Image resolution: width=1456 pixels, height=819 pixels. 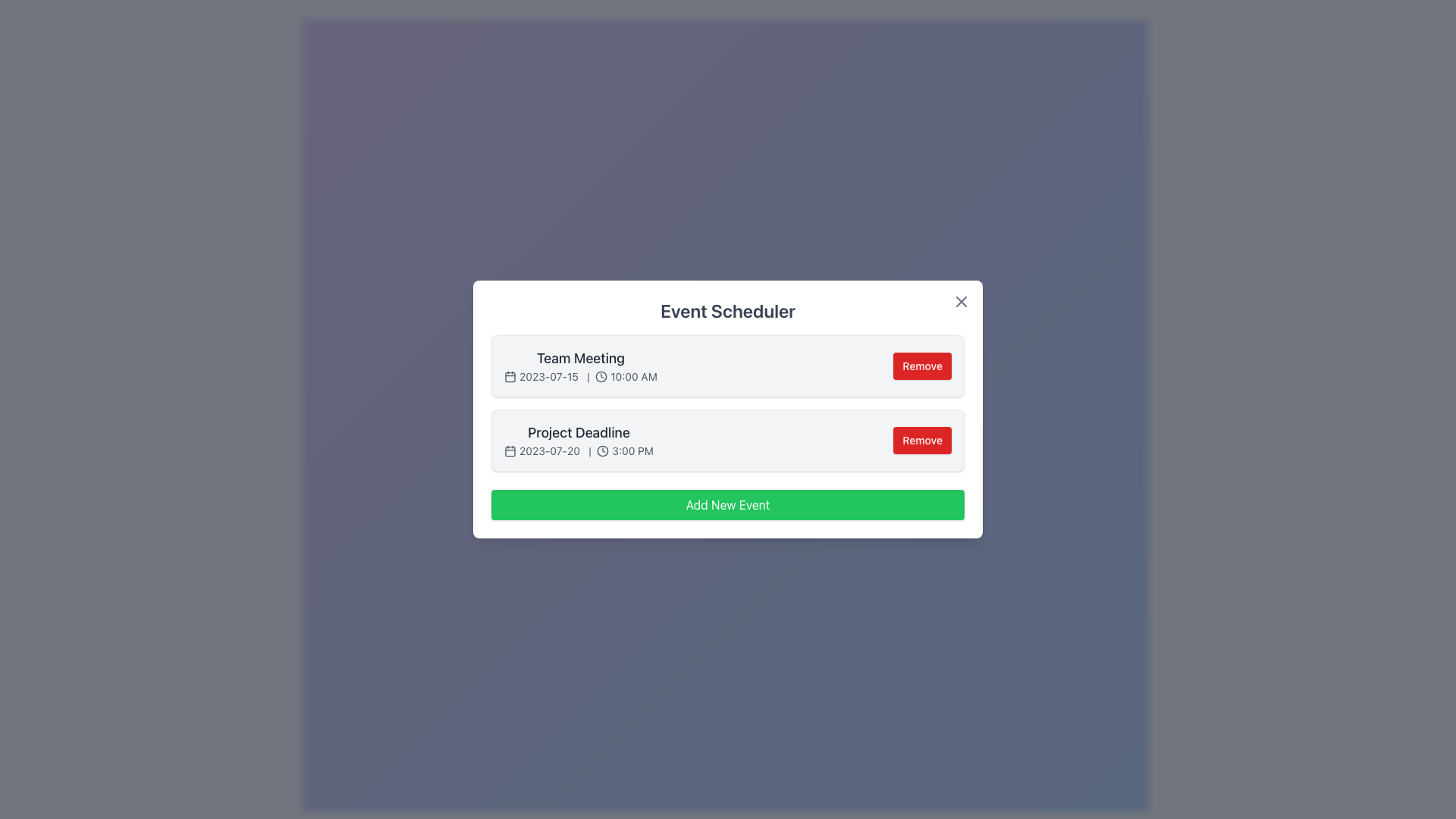 I want to click on text from the informational block displaying 'Project Deadline' and '2023-07-20 | 3:00 PM' located in a white, rounded box, positioned in the second row of events, so click(x=578, y=441).